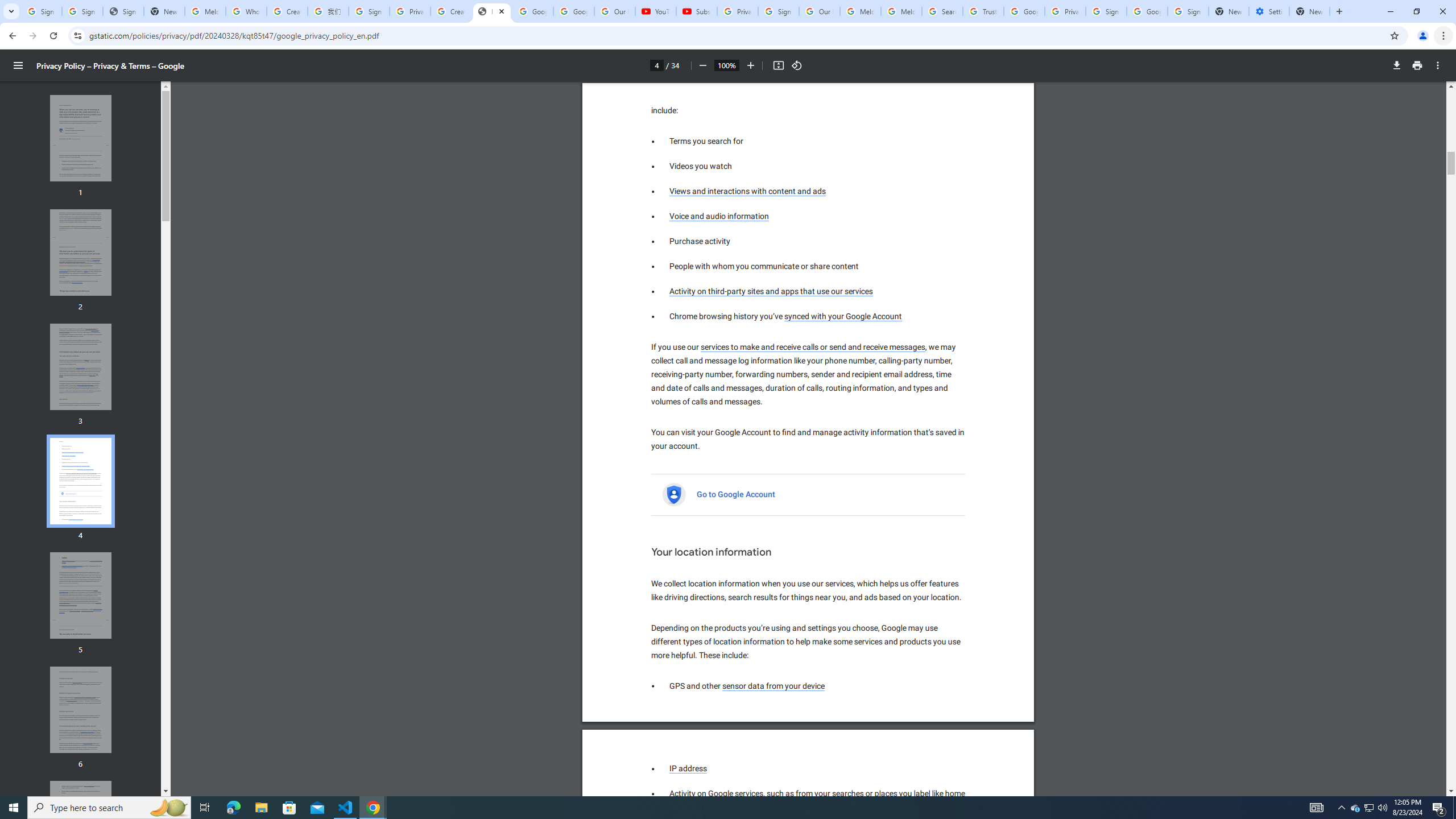  I want to click on 'Reload', so click(53, 35).